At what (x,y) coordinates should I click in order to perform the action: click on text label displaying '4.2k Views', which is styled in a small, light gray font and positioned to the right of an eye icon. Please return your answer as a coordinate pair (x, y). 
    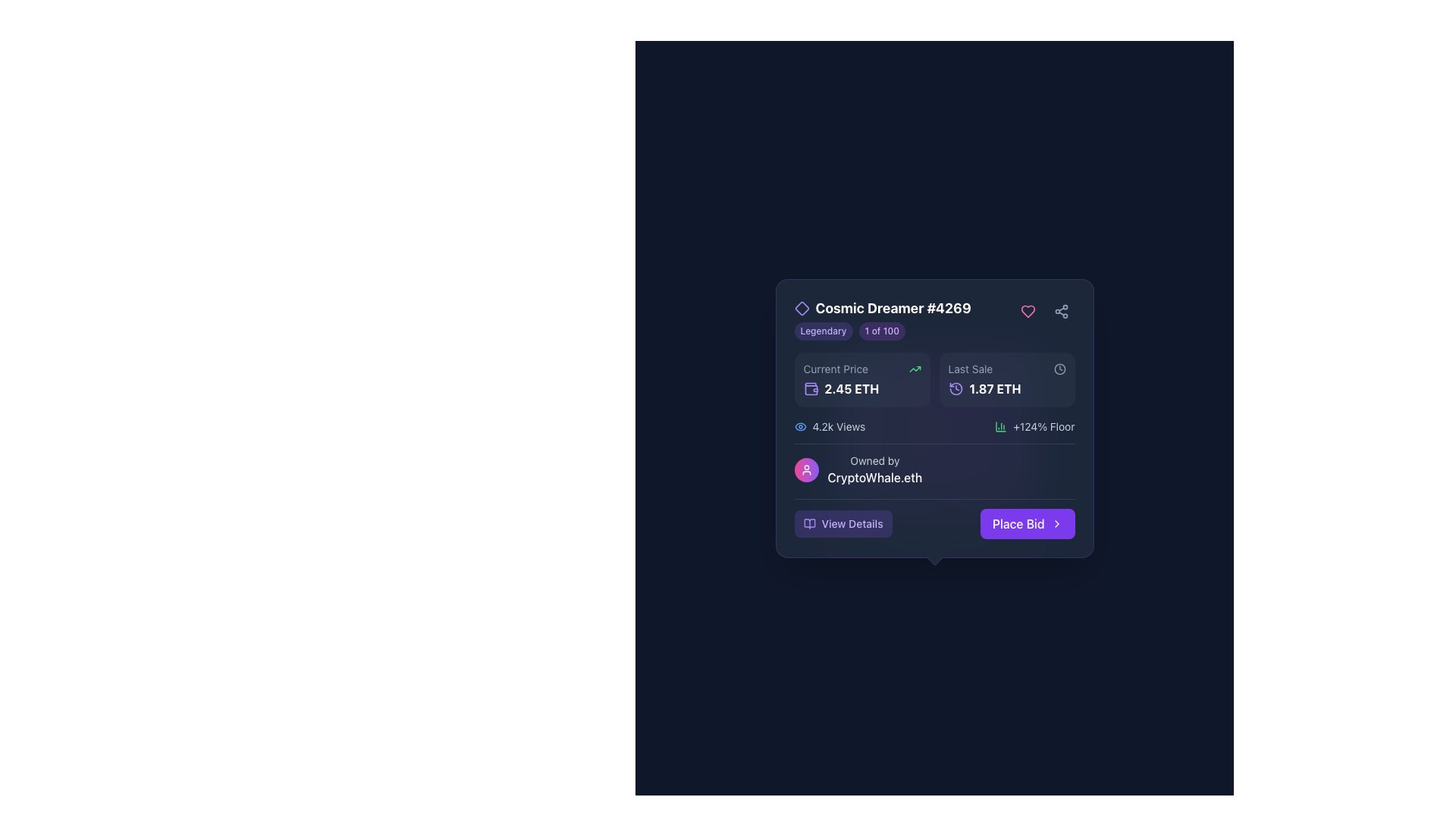
    Looking at the image, I should click on (838, 427).